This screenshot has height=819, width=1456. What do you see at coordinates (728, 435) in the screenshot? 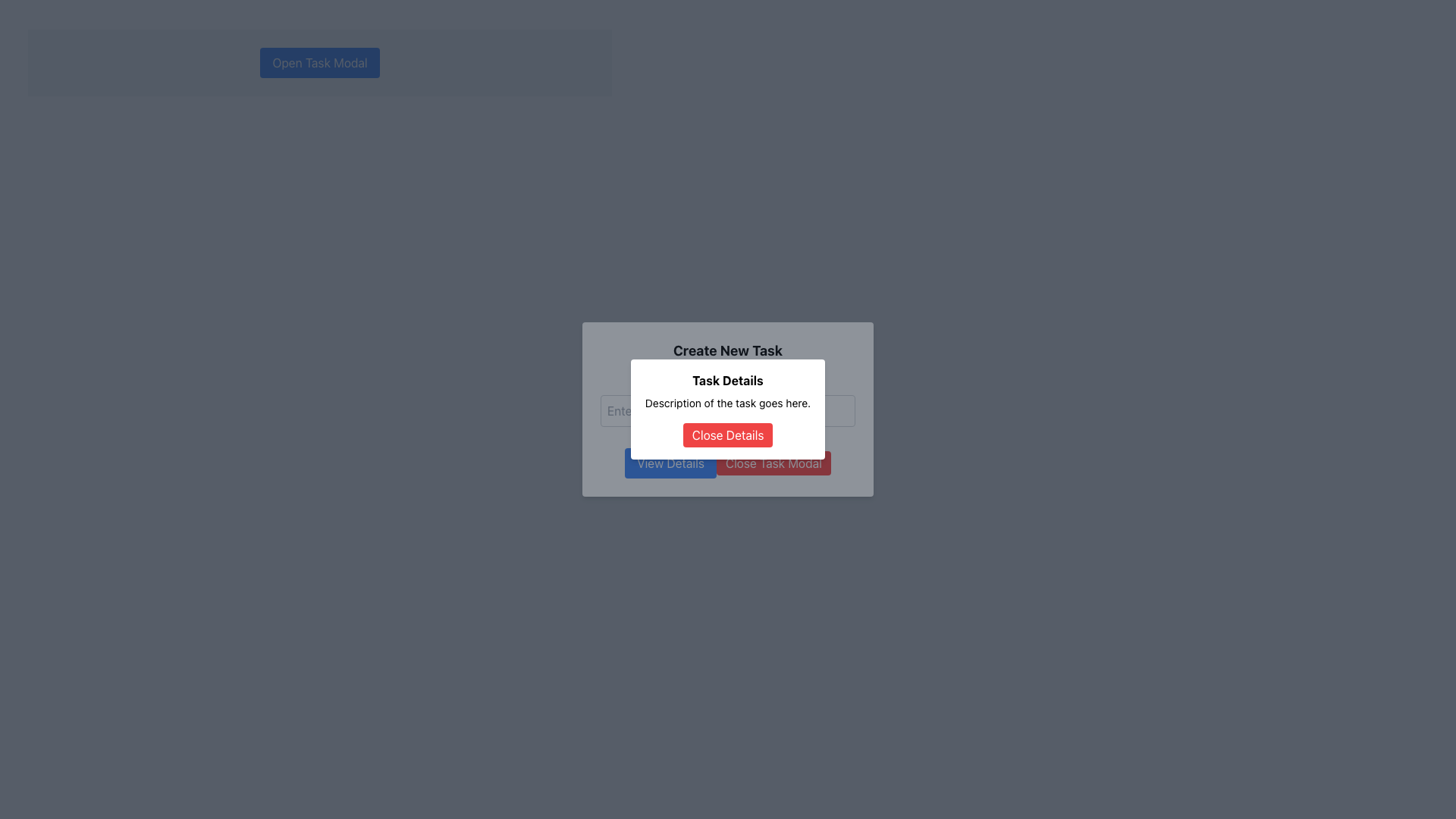
I see `the red button labeled 'Close Details' with rounded corners` at bounding box center [728, 435].